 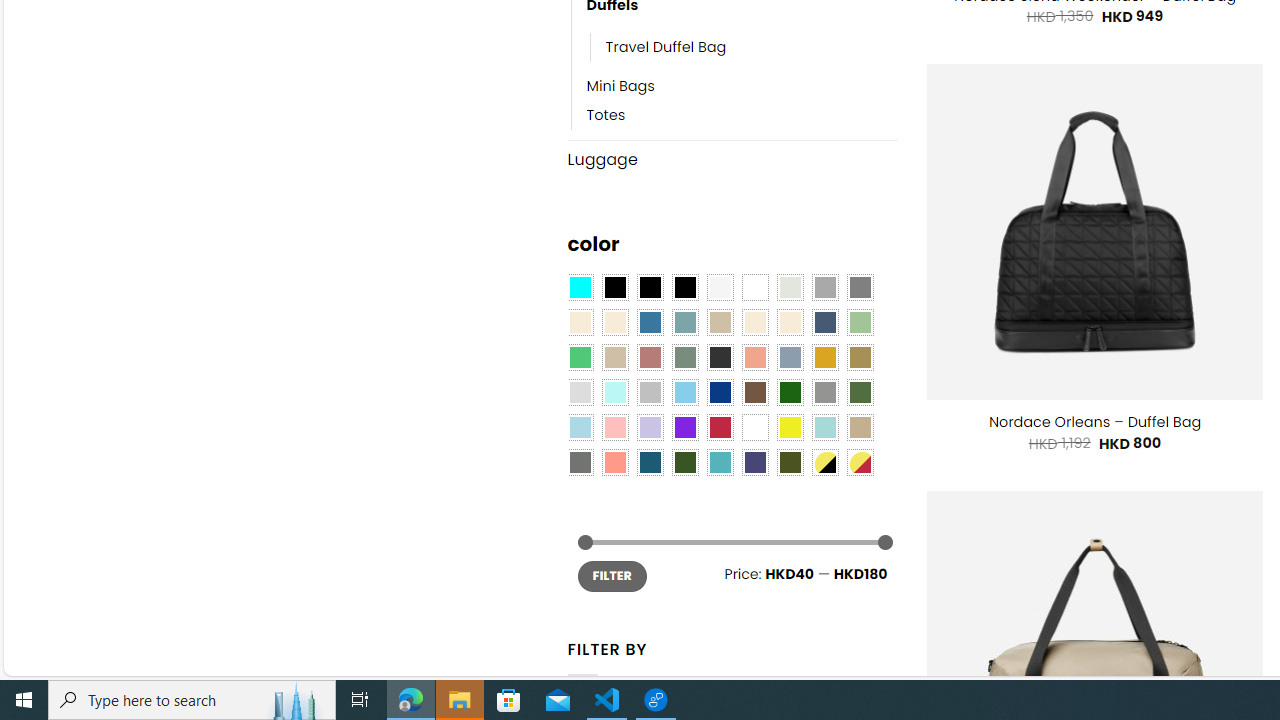 I want to click on 'Yellow-Black', so click(x=824, y=462).